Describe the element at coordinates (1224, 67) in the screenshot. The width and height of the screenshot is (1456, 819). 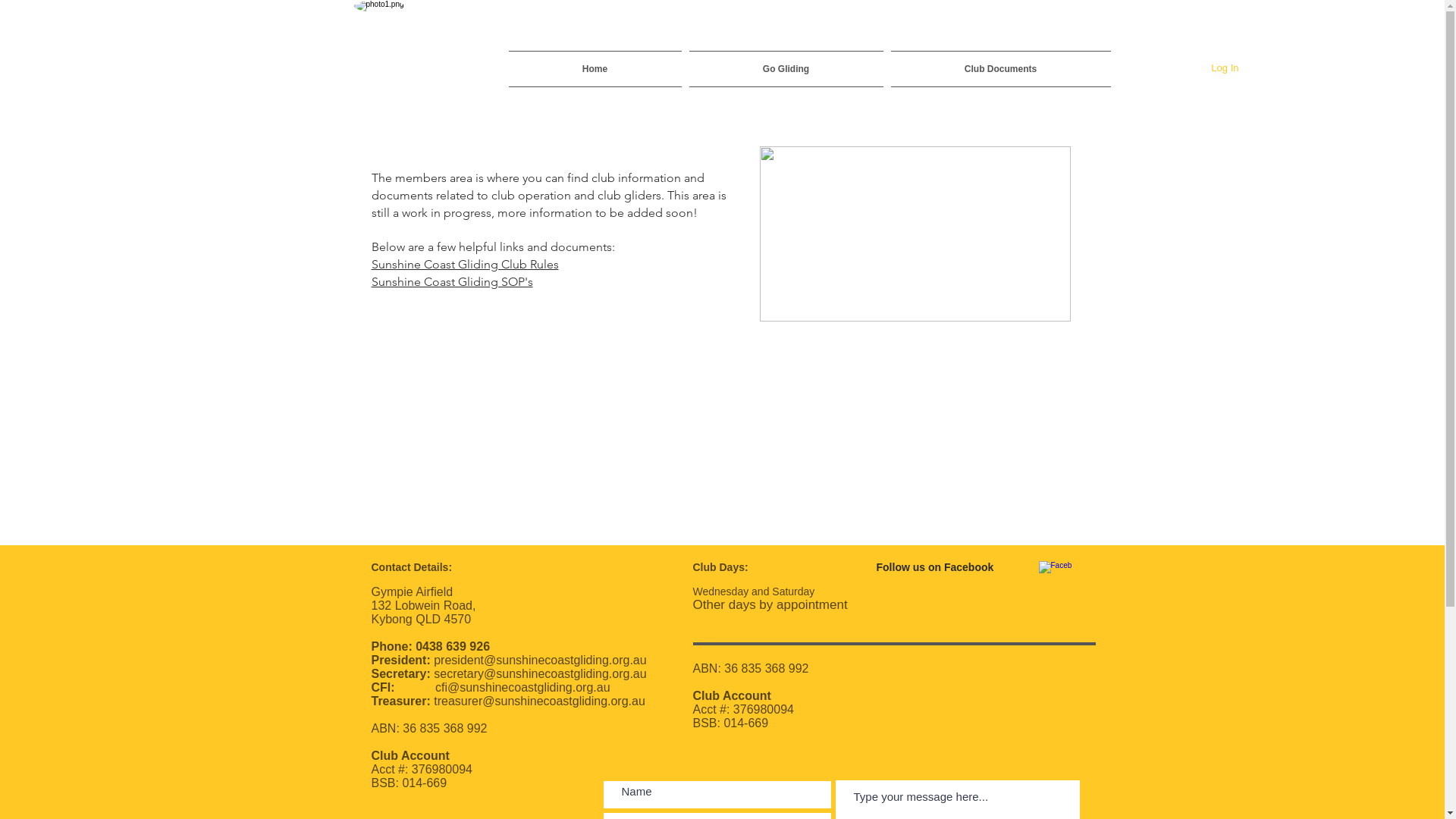
I see `'Log In'` at that location.